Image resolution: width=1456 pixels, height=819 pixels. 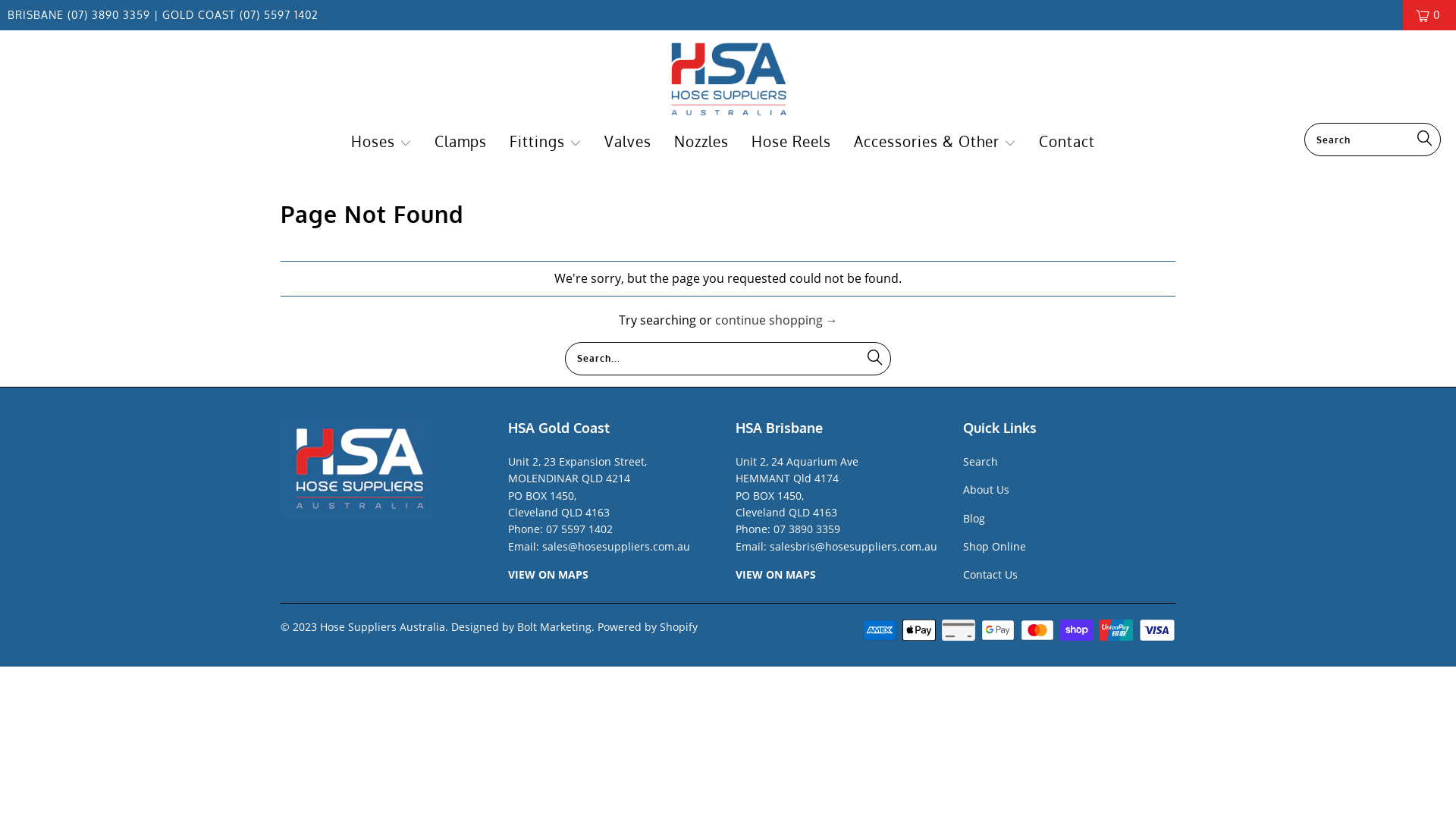 What do you see at coordinates (994, 546) in the screenshot?
I see `'Shop Online'` at bounding box center [994, 546].